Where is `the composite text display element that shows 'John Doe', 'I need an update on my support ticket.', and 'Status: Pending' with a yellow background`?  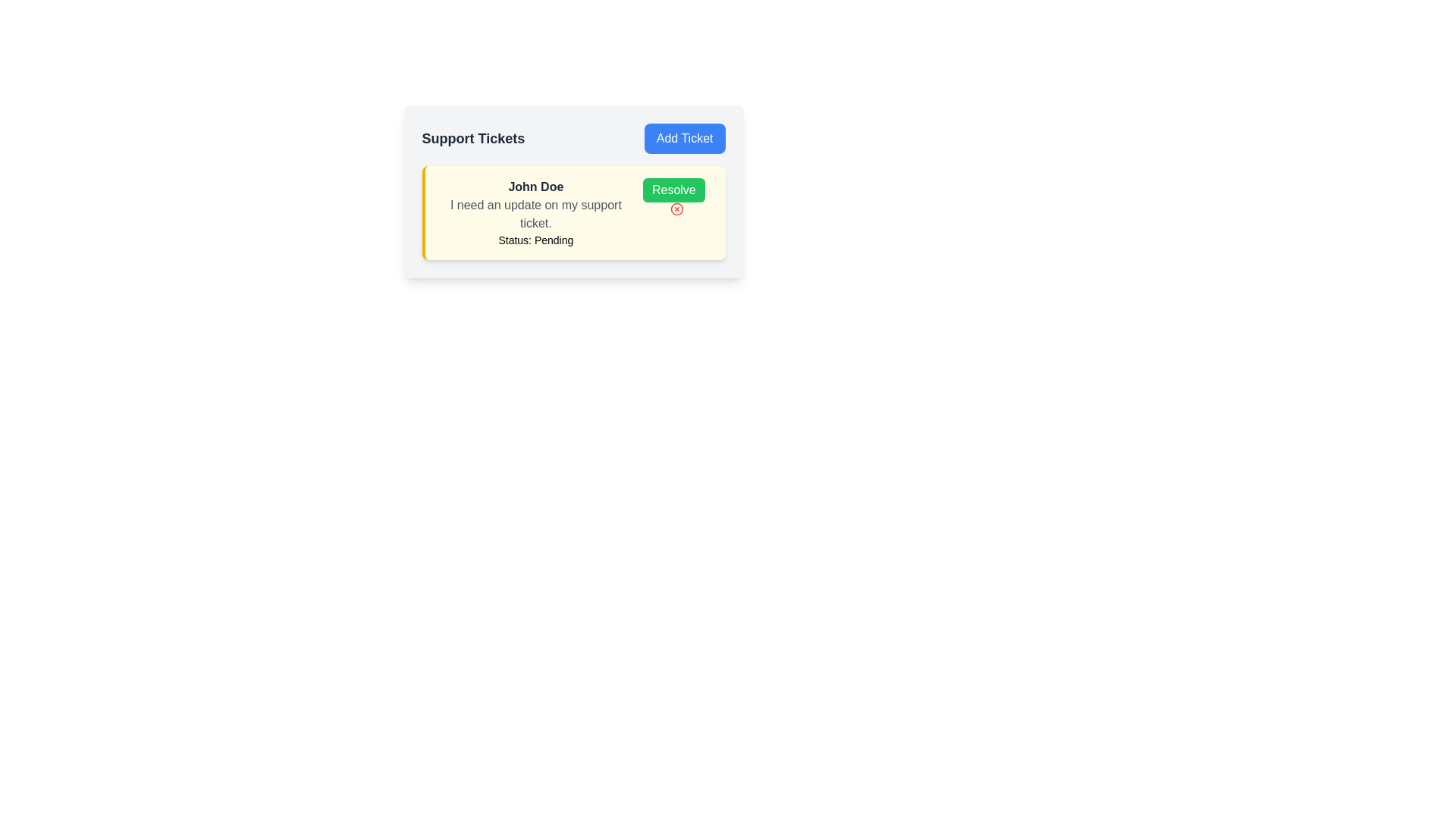 the composite text display element that shows 'John Doe', 'I need an update on my support ticket.', and 'Status: Pending' with a yellow background is located at coordinates (535, 213).